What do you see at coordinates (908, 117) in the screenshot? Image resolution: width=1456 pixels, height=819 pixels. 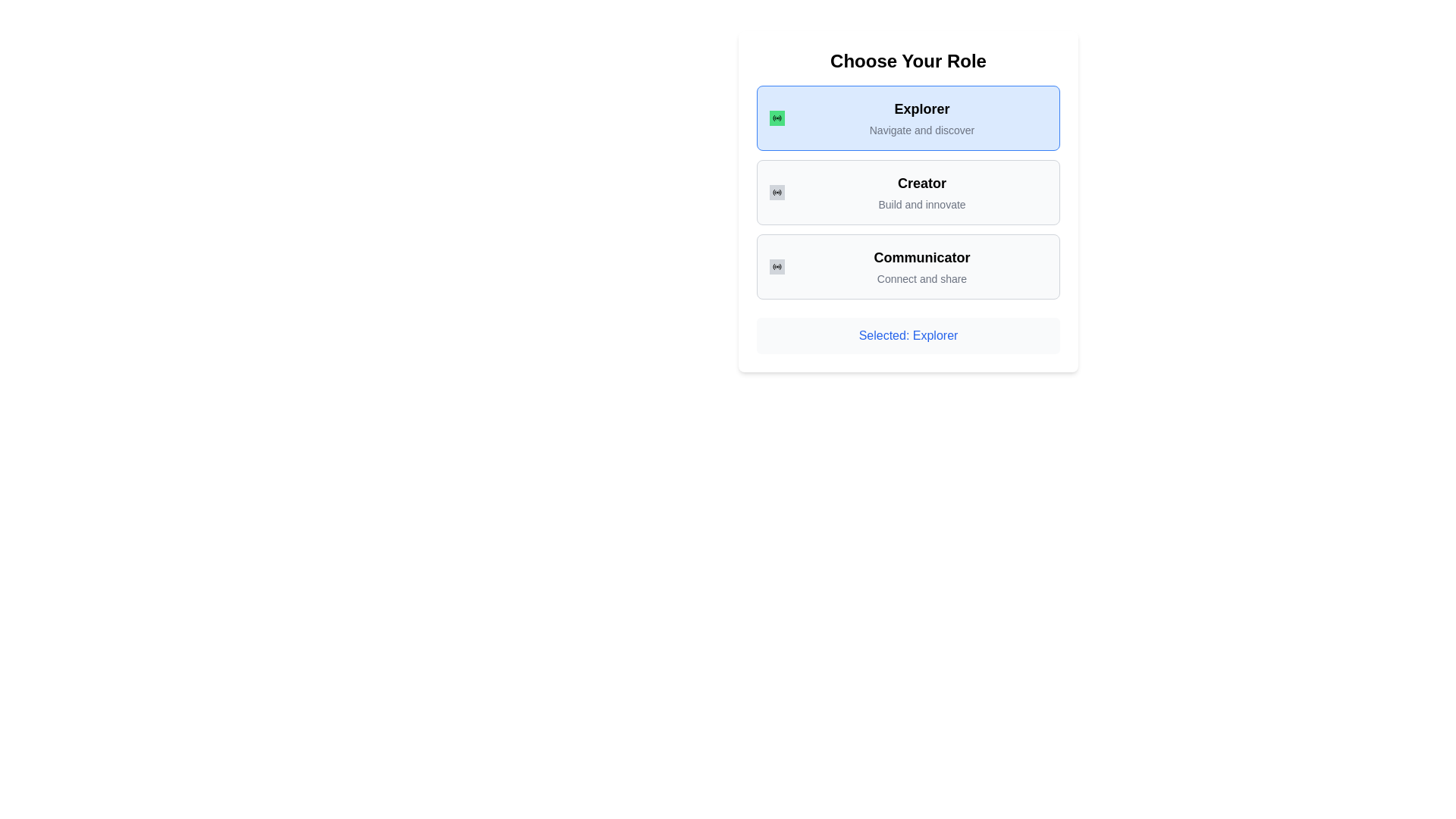 I see `the 'Explorer' role selection button, which is the topmost button in the 'Choose Your Role' panel` at bounding box center [908, 117].